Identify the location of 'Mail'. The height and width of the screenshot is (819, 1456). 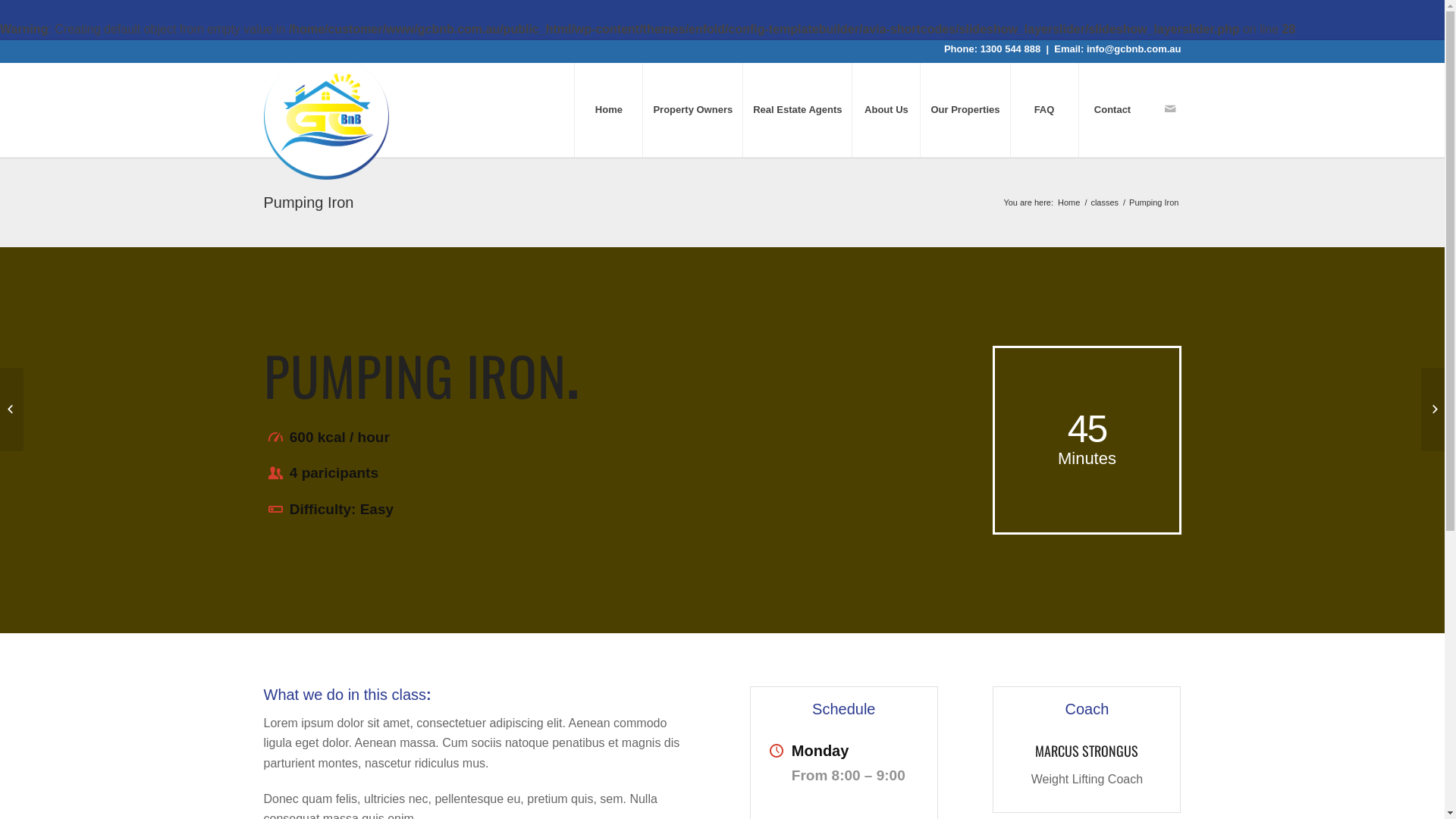
(1169, 107).